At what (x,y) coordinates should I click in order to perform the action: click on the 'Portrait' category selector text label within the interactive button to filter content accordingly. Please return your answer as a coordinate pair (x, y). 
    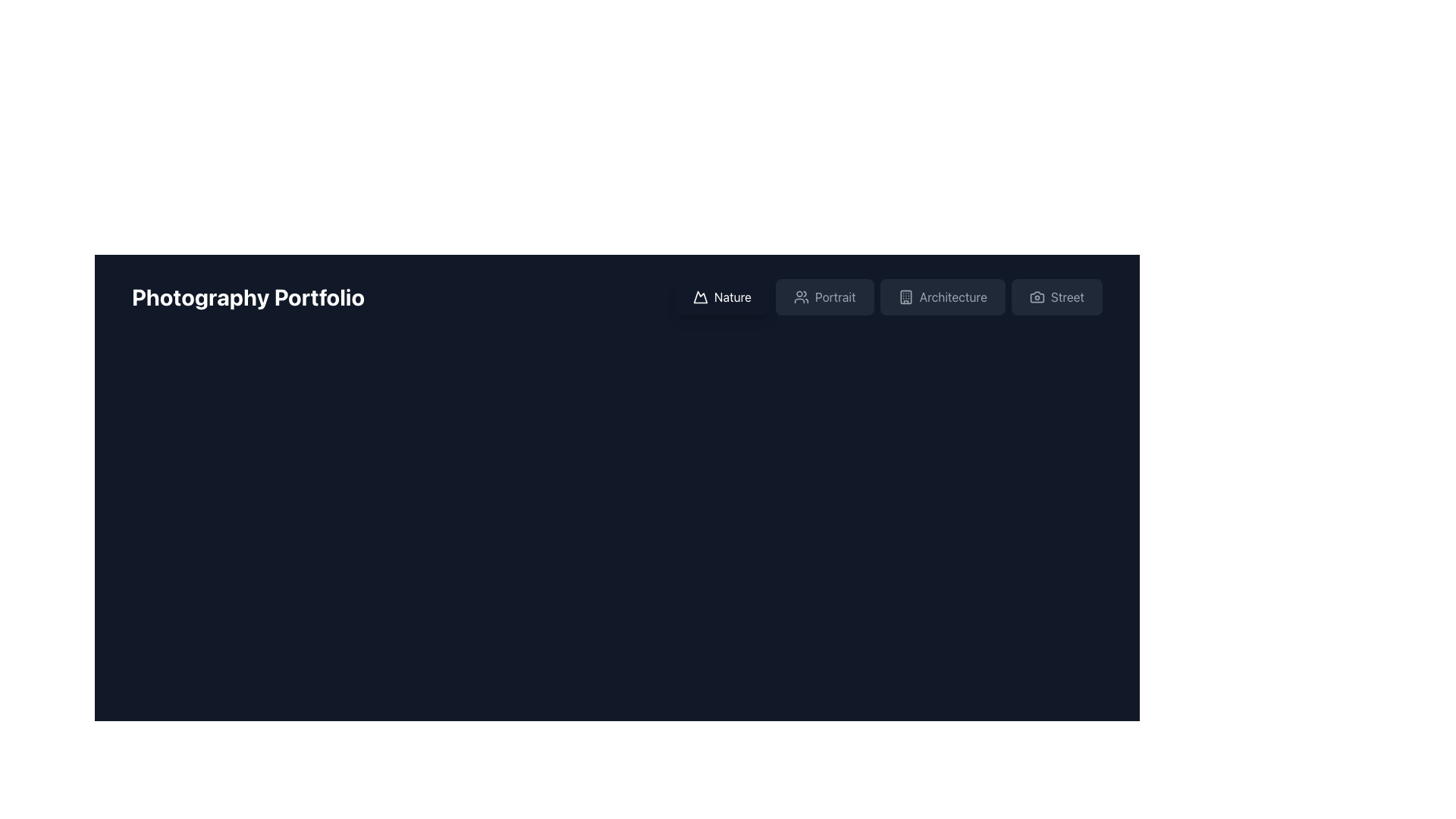
    Looking at the image, I should click on (834, 297).